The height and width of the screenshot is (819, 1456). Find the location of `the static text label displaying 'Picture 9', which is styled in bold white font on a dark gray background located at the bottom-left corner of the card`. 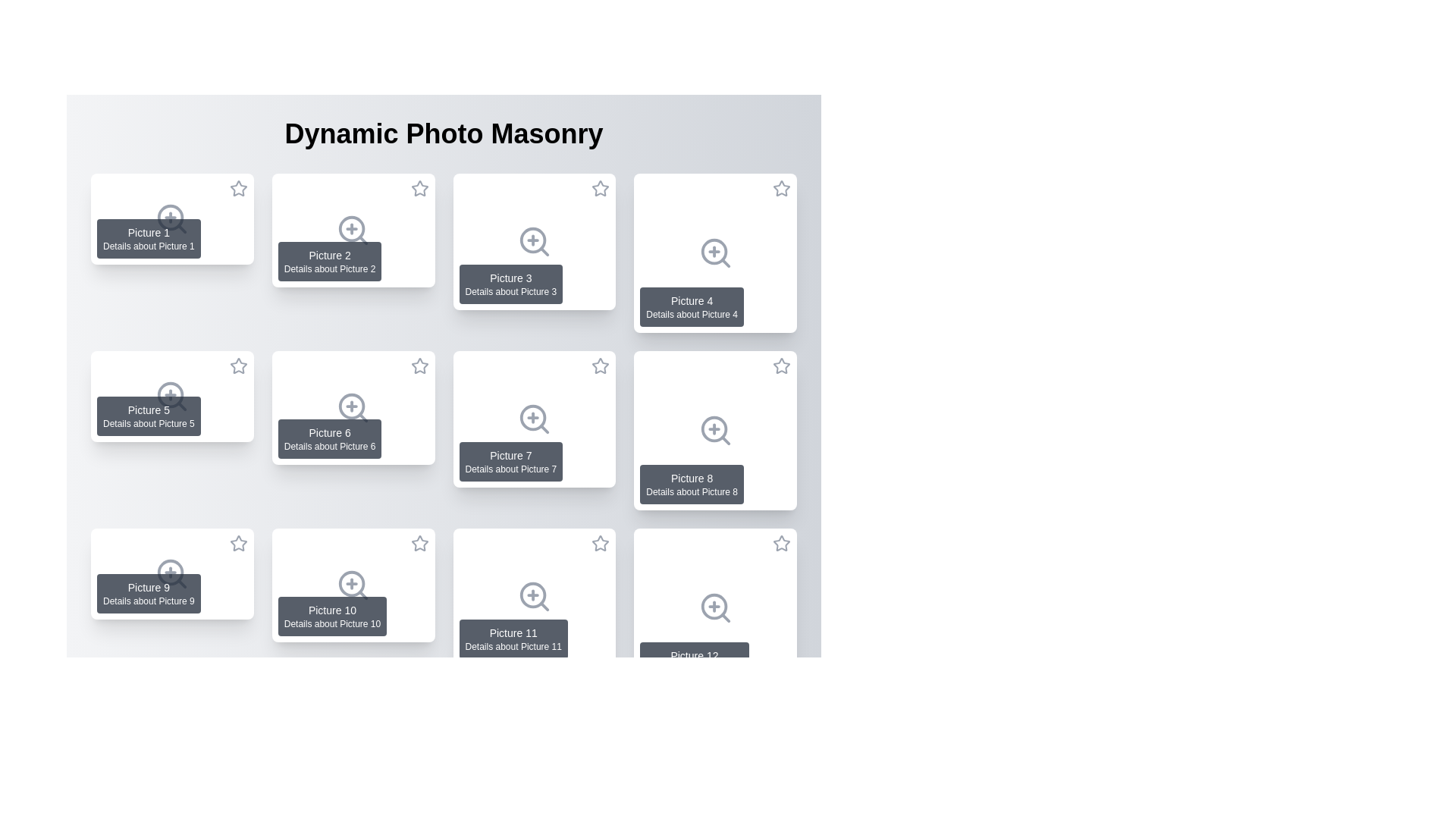

the static text label displaying 'Picture 9', which is styled in bold white font on a dark gray background located at the bottom-left corner of the card is located at coordinates (149, 587).